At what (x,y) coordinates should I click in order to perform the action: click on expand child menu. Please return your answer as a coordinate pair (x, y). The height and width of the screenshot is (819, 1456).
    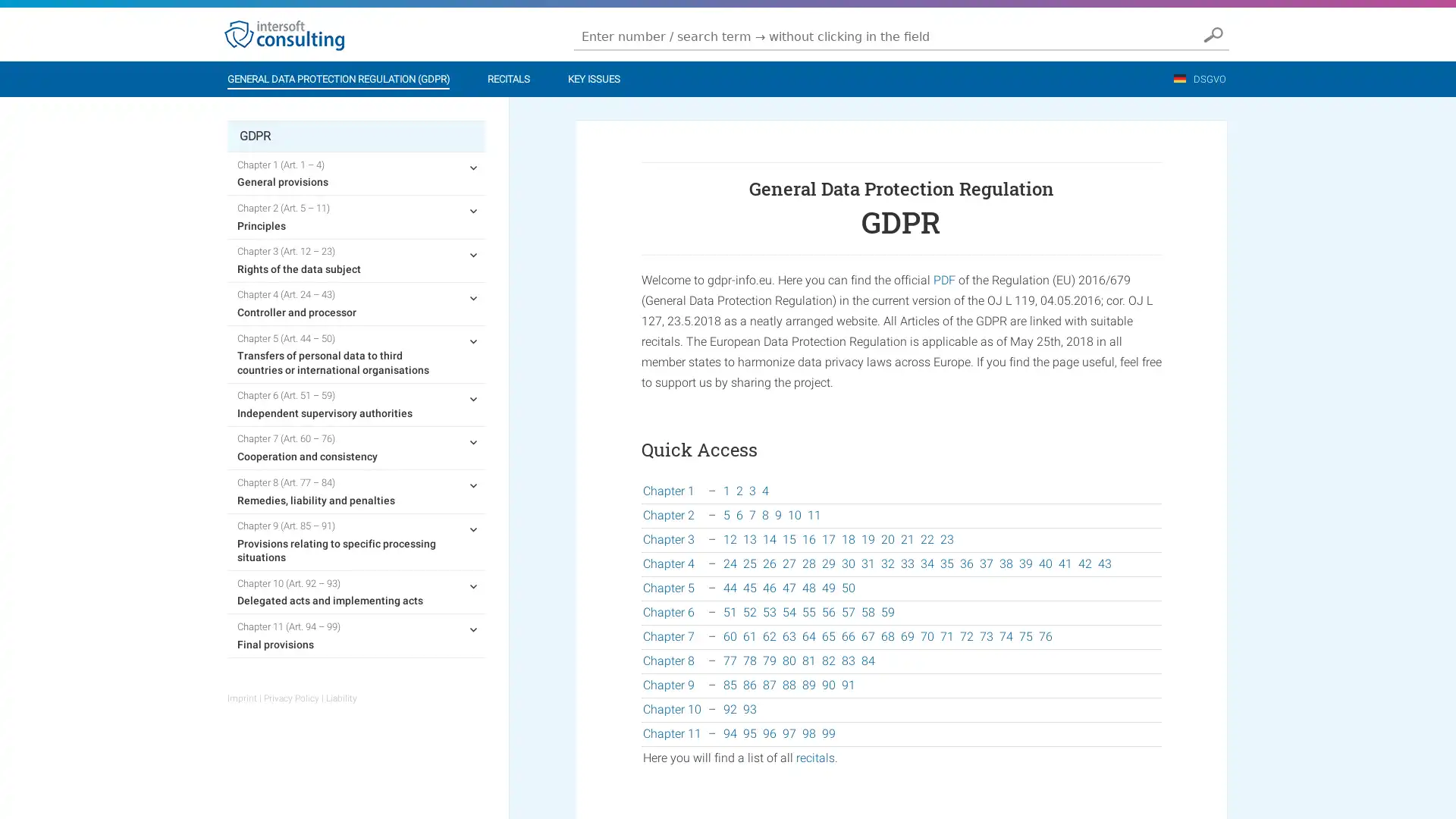
    Looking at the image, I should click on (472, 341).